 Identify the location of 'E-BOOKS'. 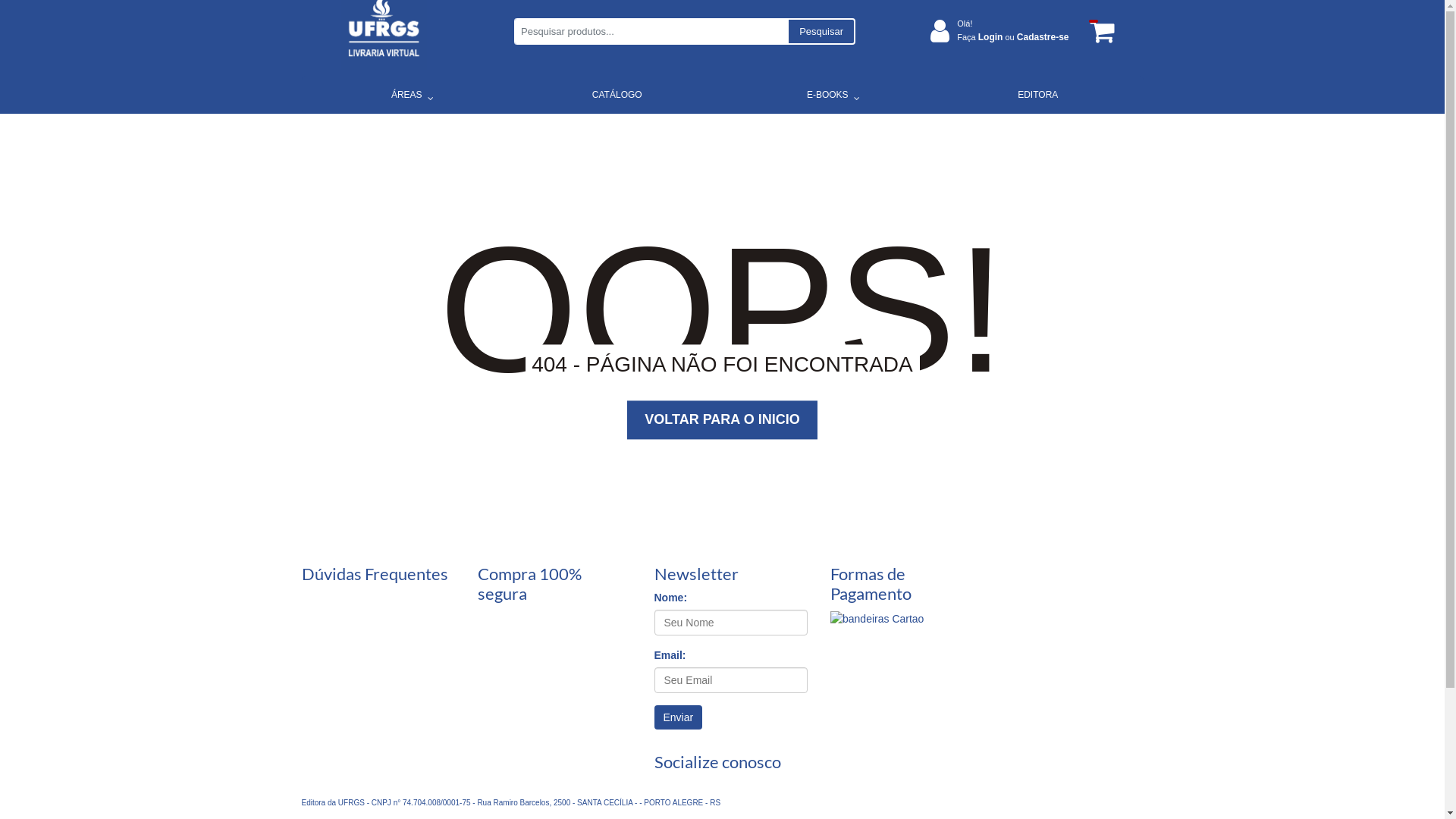
(826, 94).